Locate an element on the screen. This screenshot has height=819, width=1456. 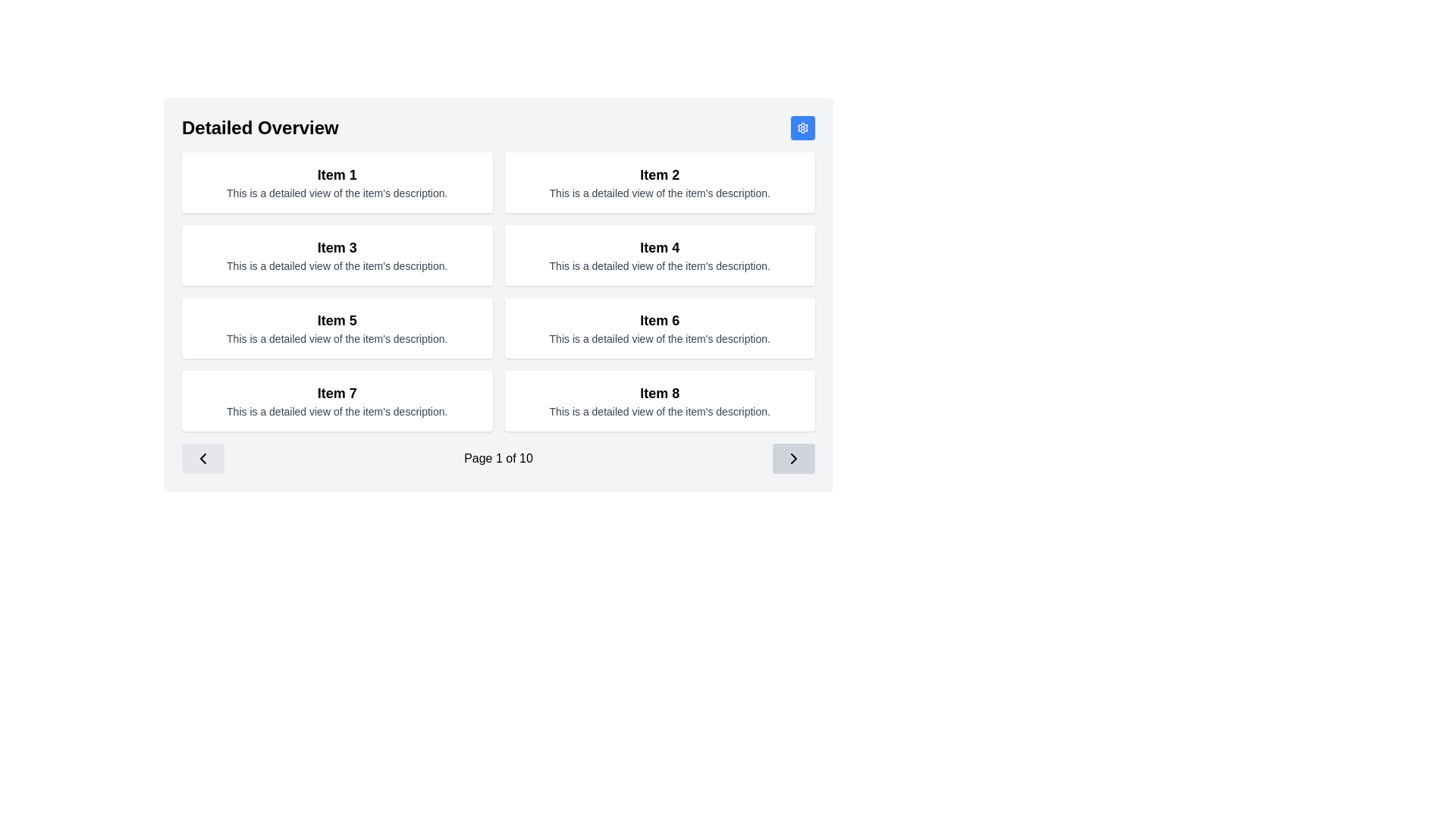
the bold text label 'Item 4' located in the second row, left column of the grid layout is located at coordinates (660, 247).